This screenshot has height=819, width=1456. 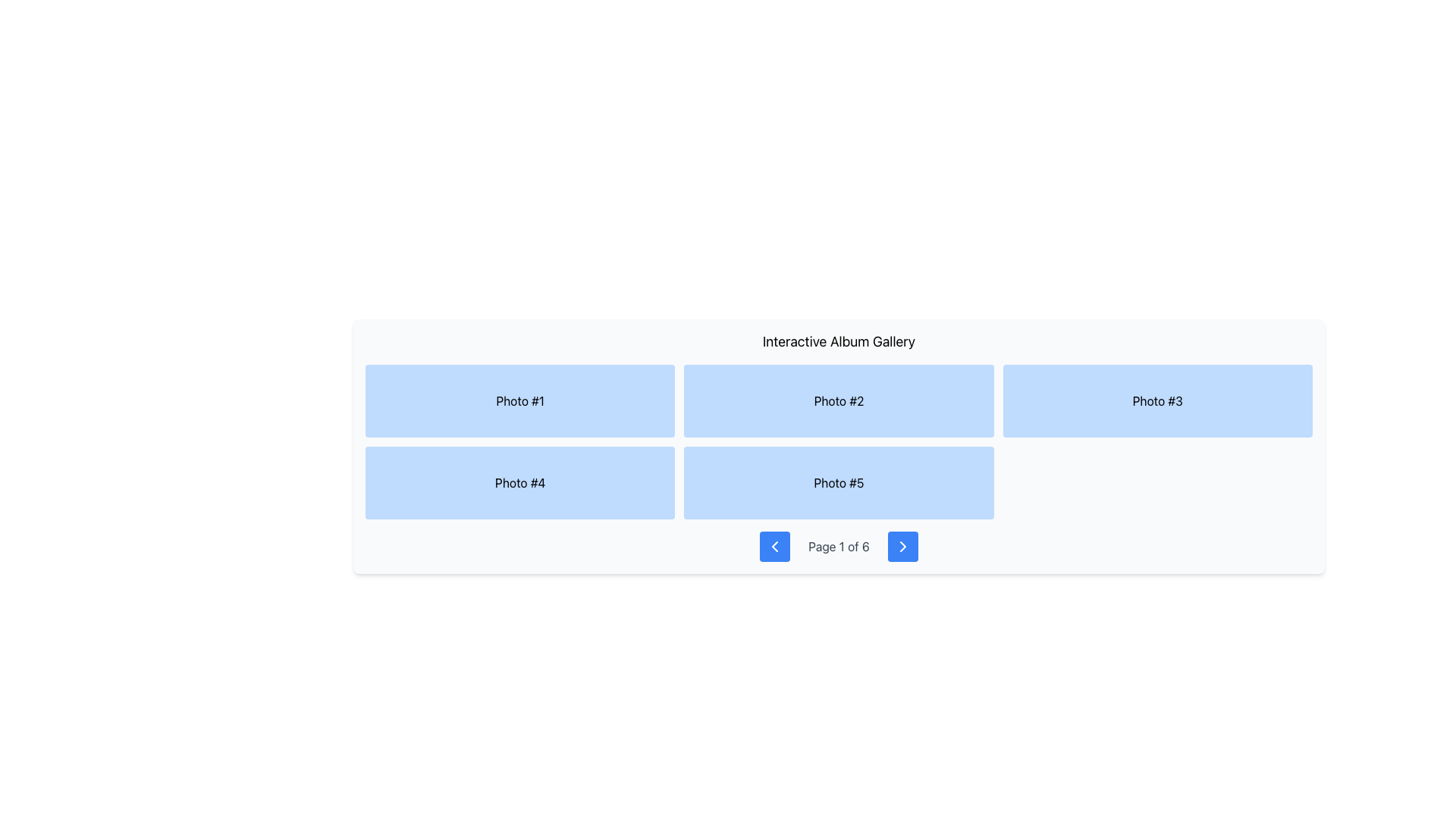 I want to click on the SVG icon within the circular button located at the bottom center of the page, so click(x=775, y=547).